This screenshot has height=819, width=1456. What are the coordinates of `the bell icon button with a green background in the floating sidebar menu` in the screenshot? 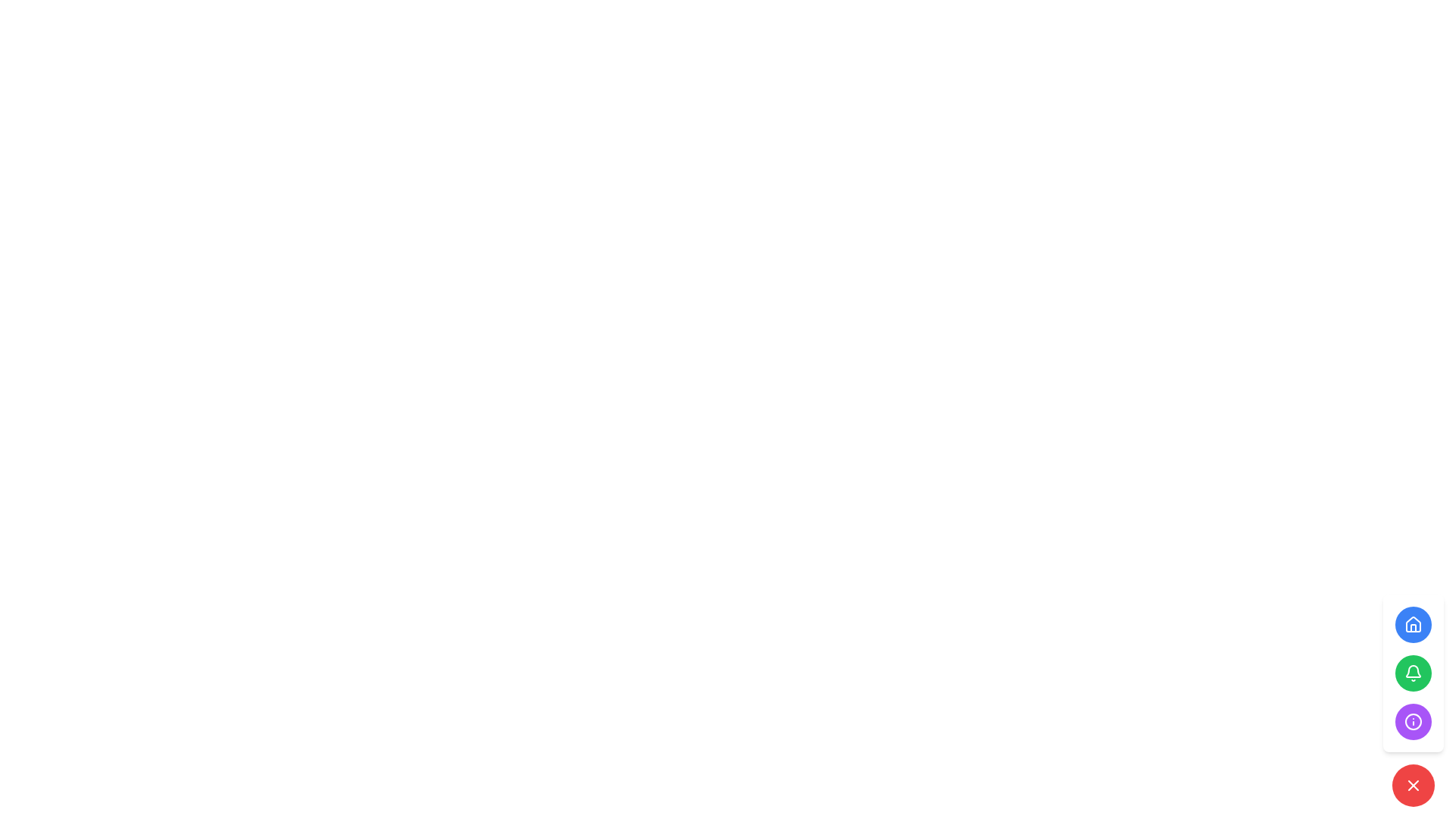 It's located at (1412, 672).